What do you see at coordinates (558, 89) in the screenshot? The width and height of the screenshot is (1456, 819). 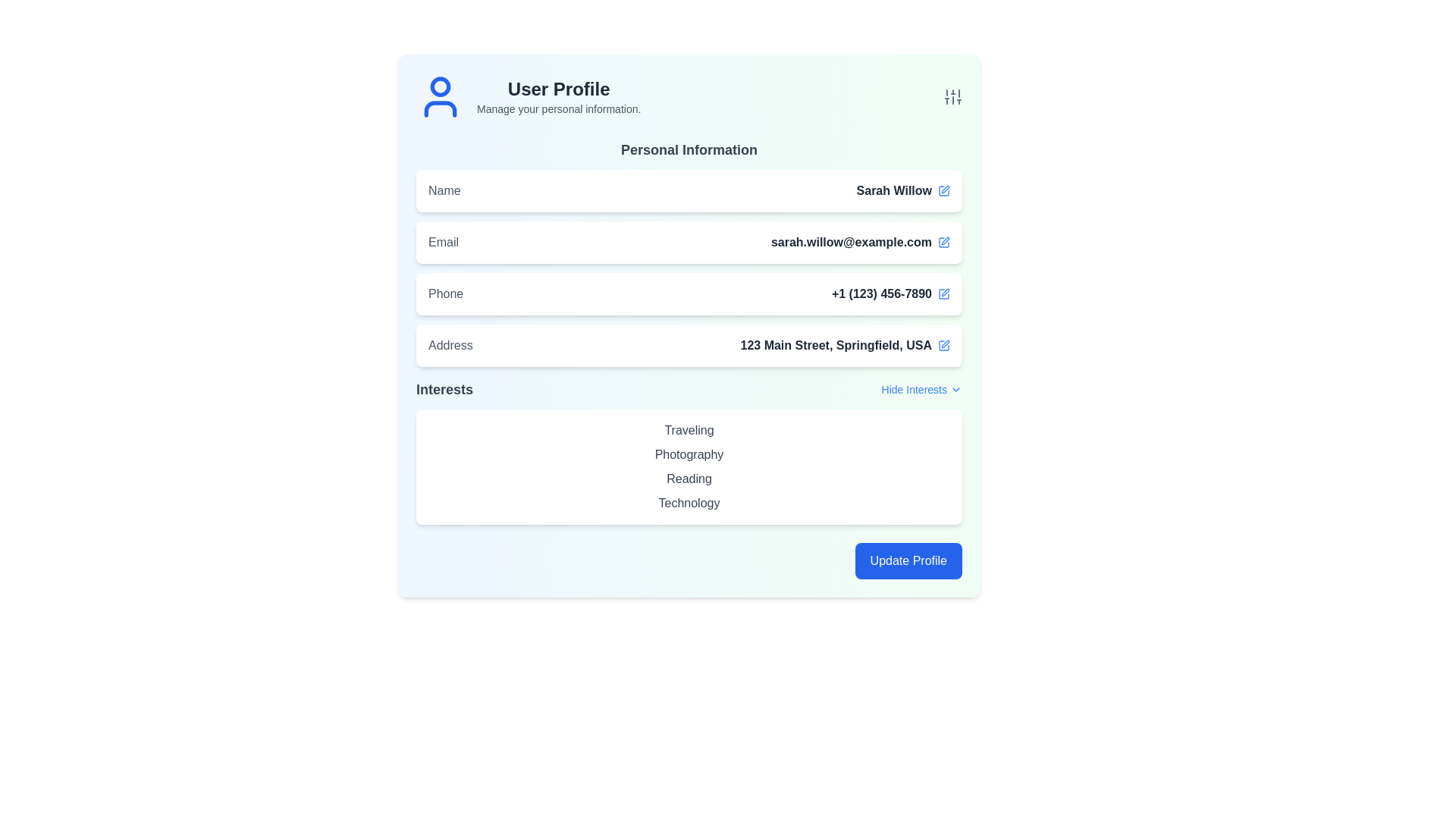 I see `the heading text that provides context for the section, located at the top-left of the interface, above the text 'Manage your personal information.'` at bounding box center [558, 89].